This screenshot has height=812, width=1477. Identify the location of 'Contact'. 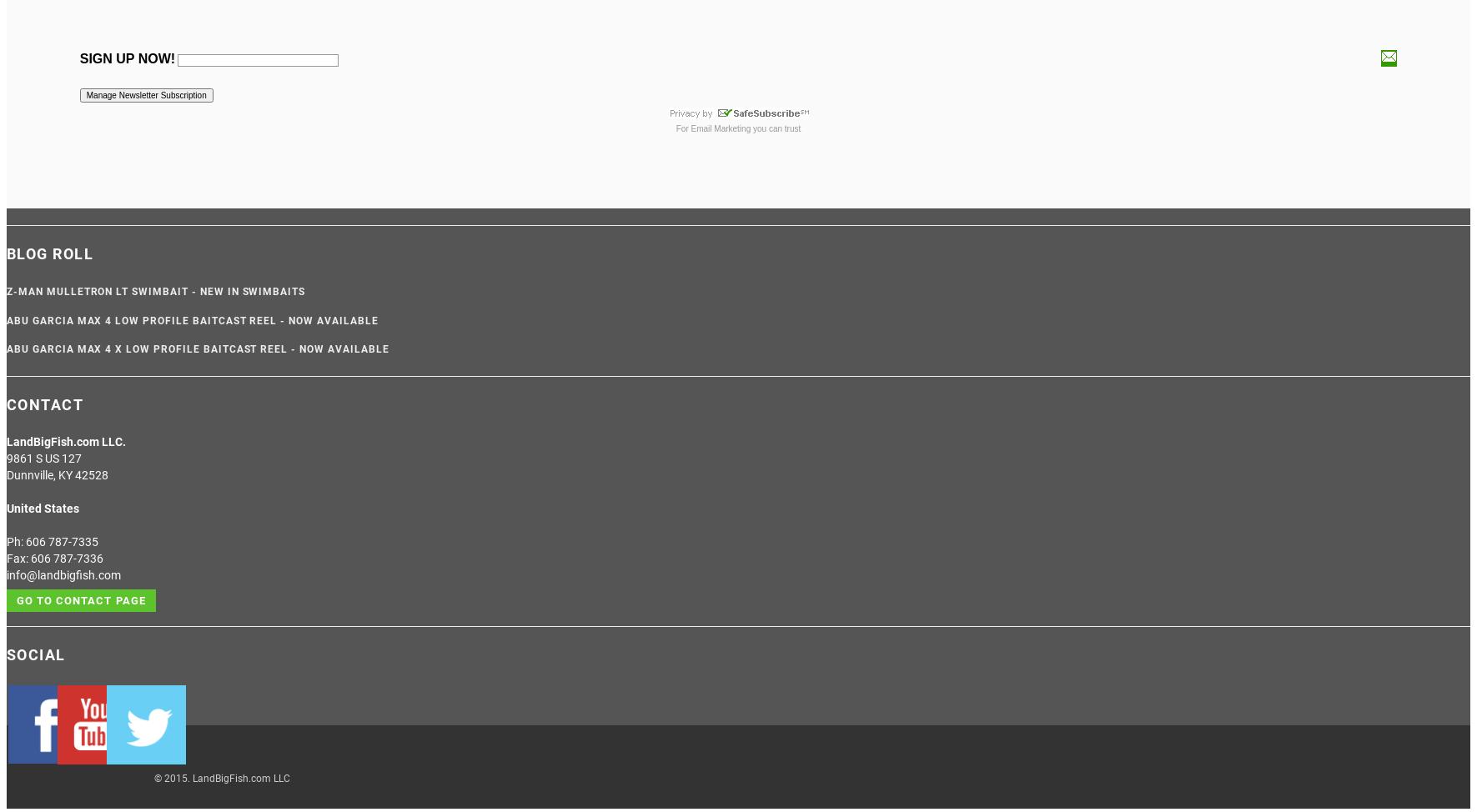
(44, 403).